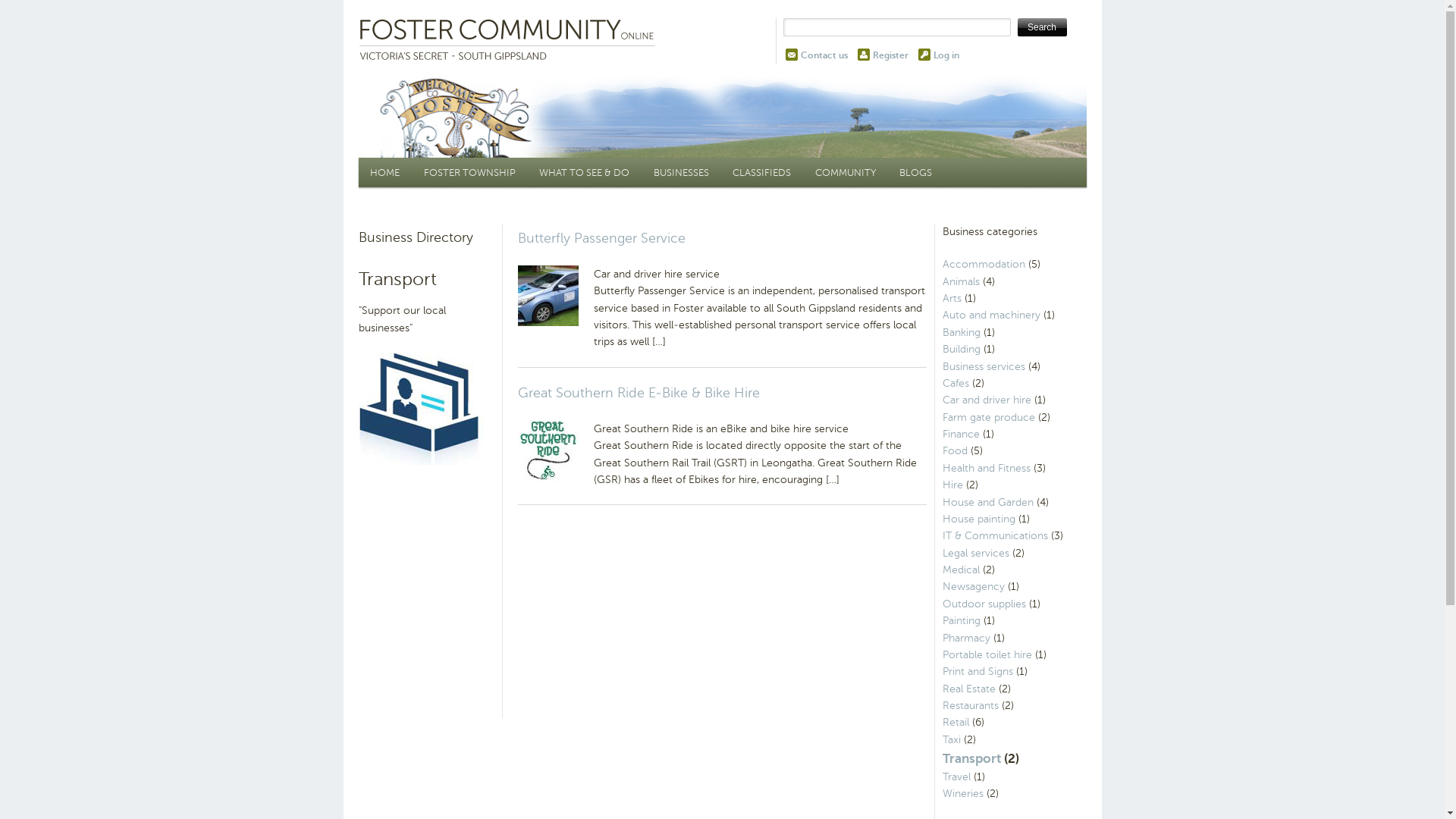 The width and height of the screenshot is (1456, 819). What do you see at coordinates (954, 382) in the screenshot?
I see `'Cafes'` at bounding box center [954, 382].